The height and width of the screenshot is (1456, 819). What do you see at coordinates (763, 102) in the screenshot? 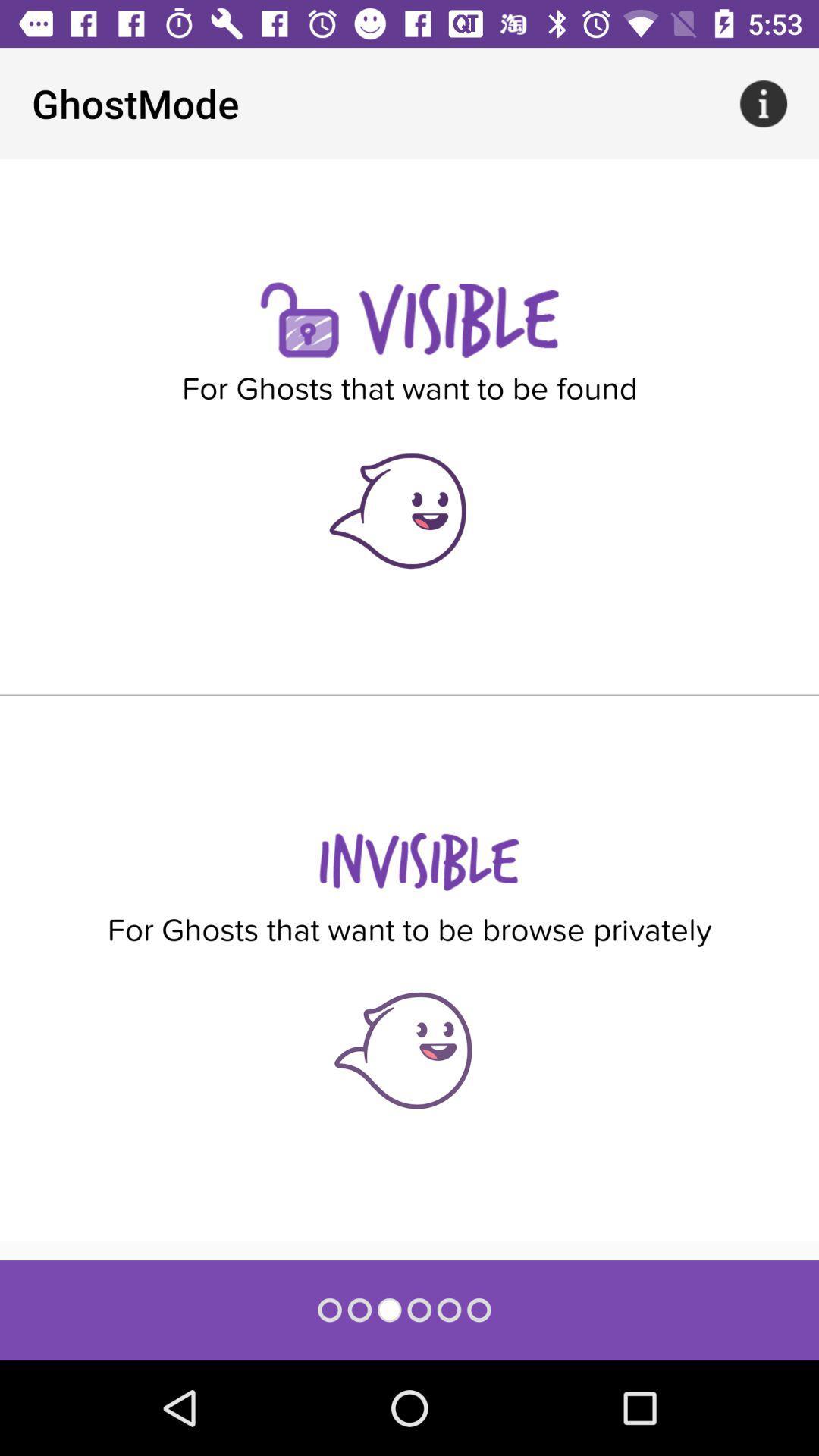
I see `item above the for ghosts that icon` at bounding box center [763, 102].